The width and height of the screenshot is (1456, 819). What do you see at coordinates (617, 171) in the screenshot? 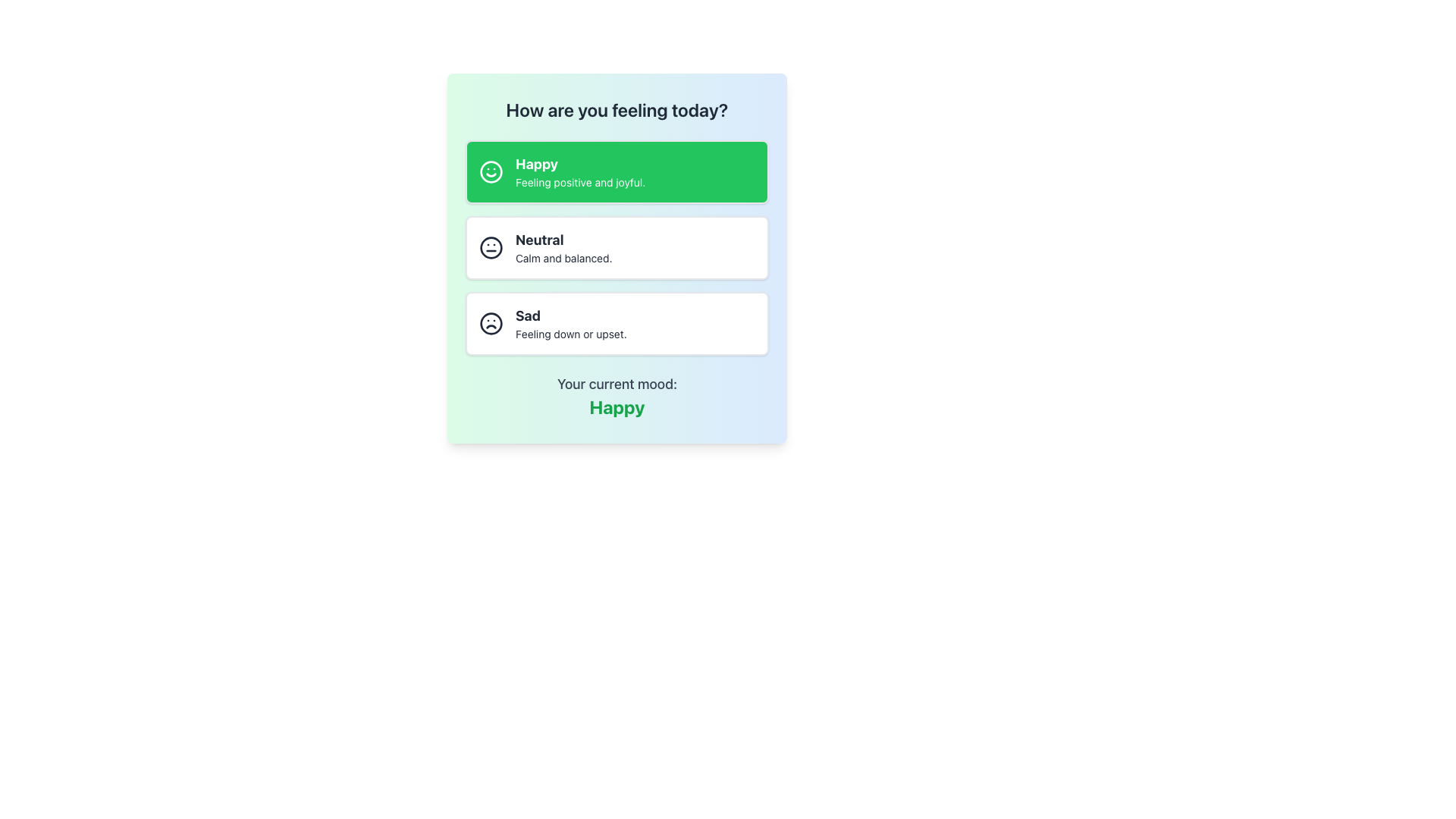
I see `the 'Happy' button, which is the first item in a vertical list of mood options` at bounding box center [617, 171].